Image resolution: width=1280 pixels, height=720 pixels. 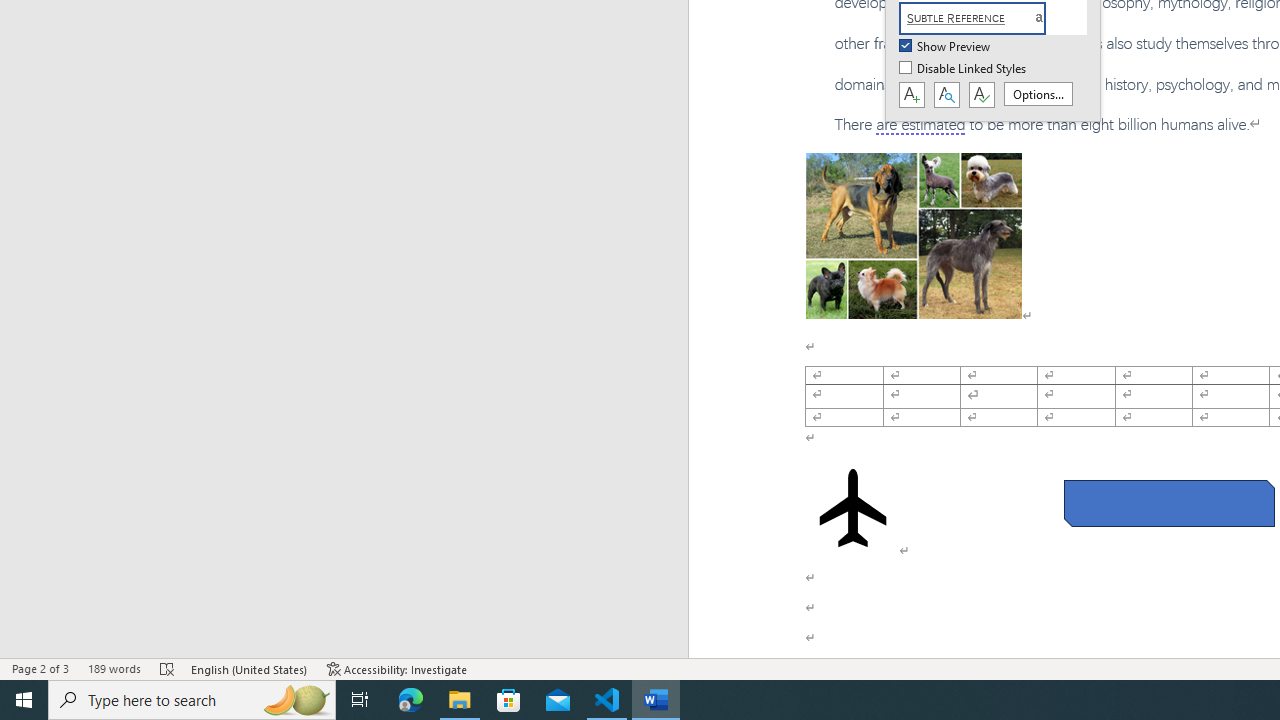 What do you see at coordinates (40, 669) in the screenshot?
I see `'Page Number Page 2 of 3'` at bounding box center [40, 669].